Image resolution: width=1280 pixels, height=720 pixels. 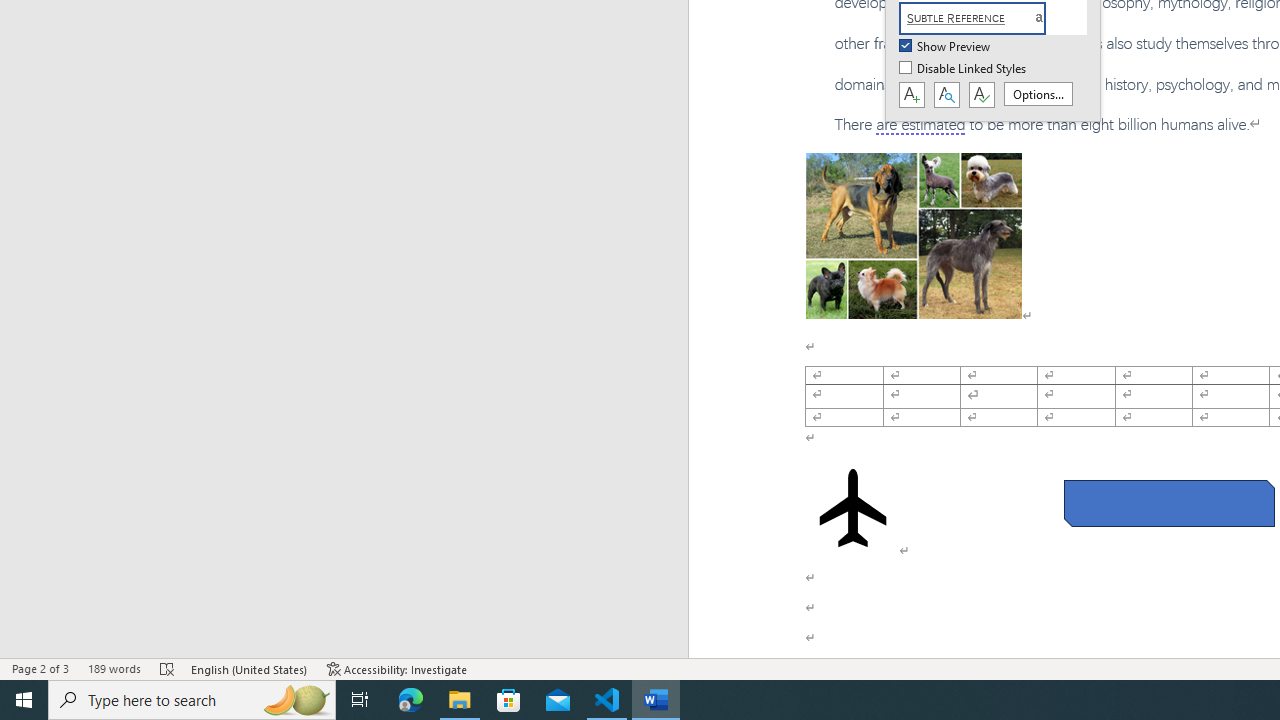 What do you see at coordinates (40, 669) in the screenshot?
I see `'Page Number Page 2 of 3'` at bounding box center [40, 669].